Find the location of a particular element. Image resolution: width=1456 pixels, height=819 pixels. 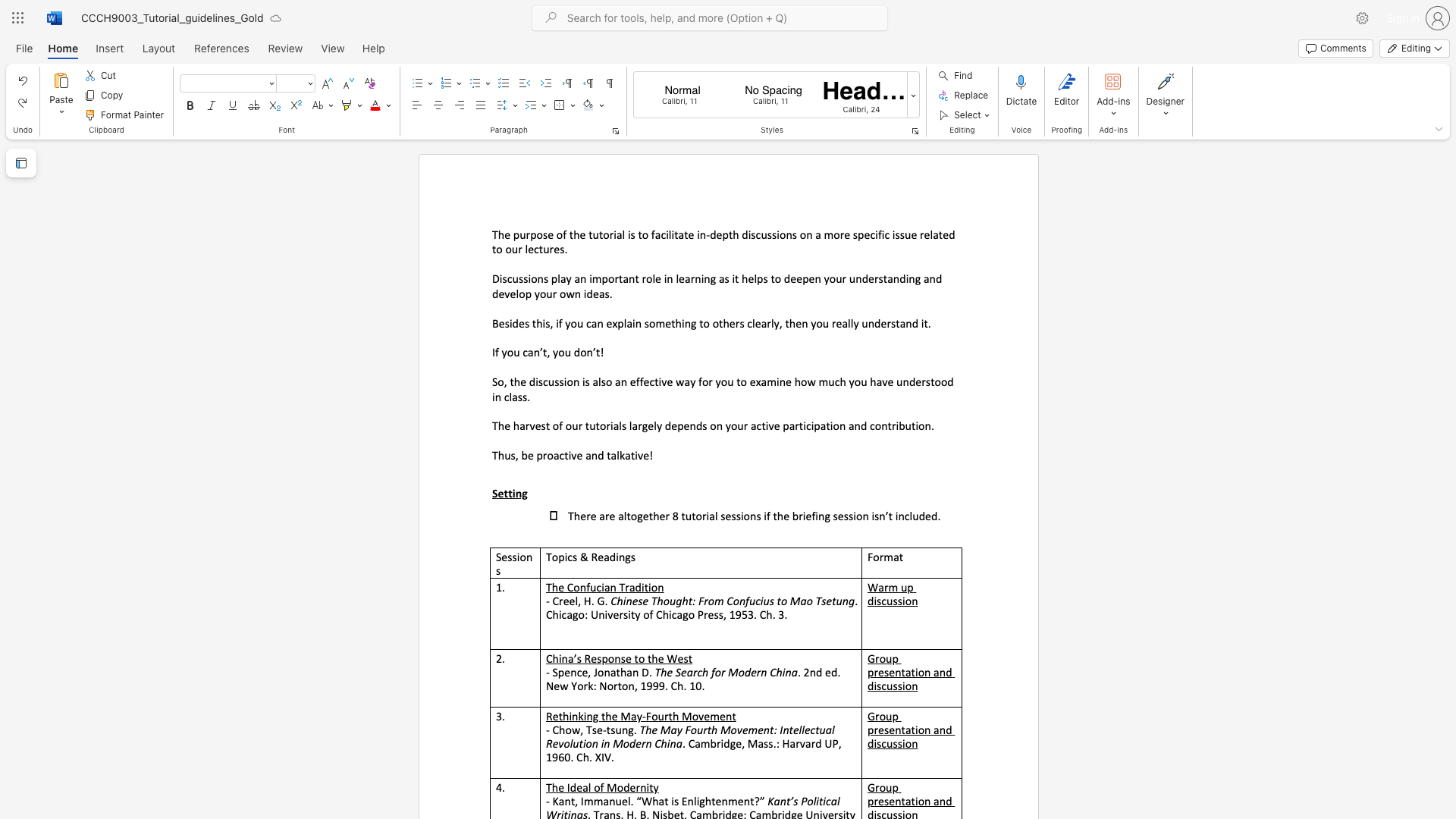

the space between the continuous character "h" and "o" in the text is located at coordinates (800, 381).